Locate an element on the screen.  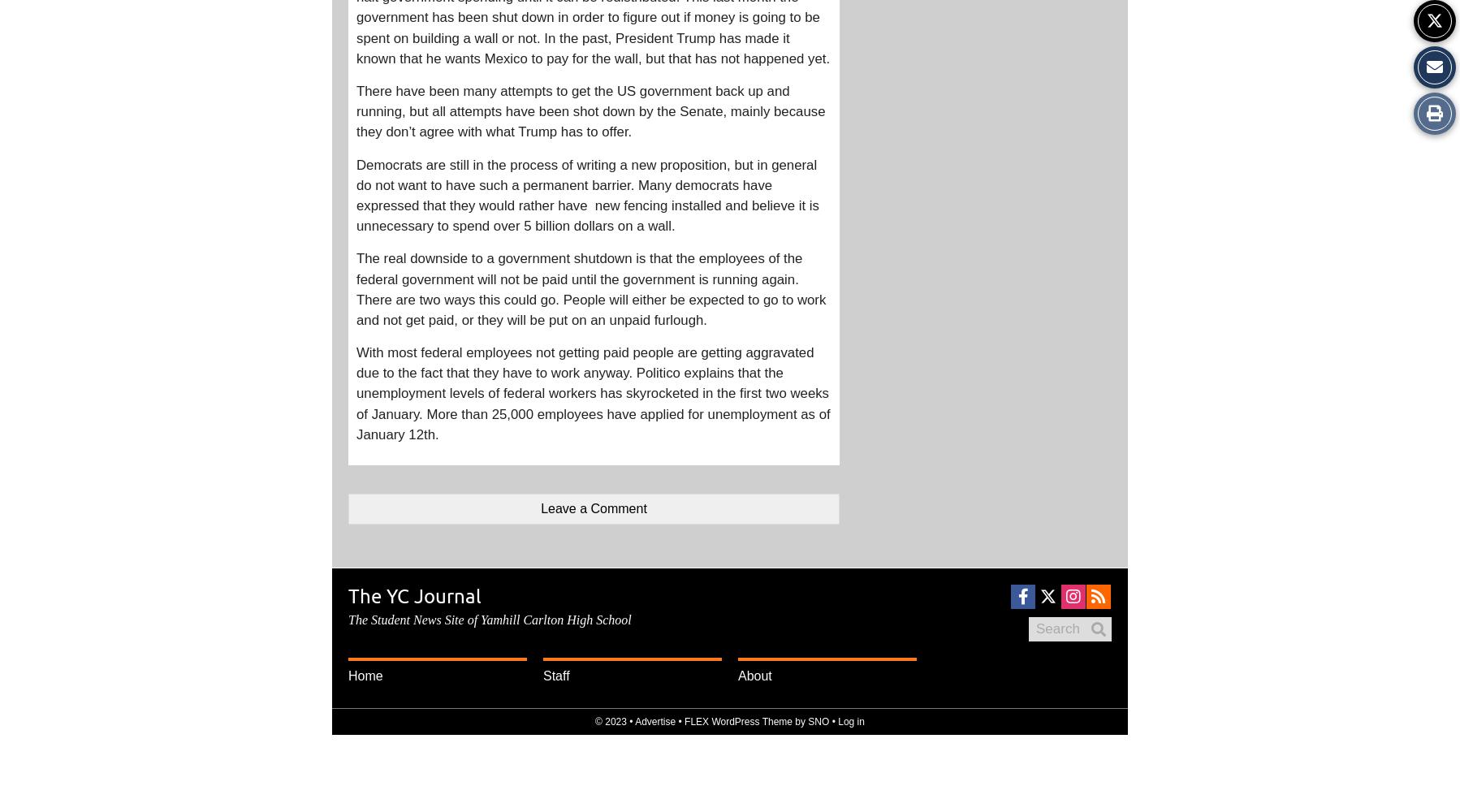
'© 2023  •' is located at coordinates (594, 722).